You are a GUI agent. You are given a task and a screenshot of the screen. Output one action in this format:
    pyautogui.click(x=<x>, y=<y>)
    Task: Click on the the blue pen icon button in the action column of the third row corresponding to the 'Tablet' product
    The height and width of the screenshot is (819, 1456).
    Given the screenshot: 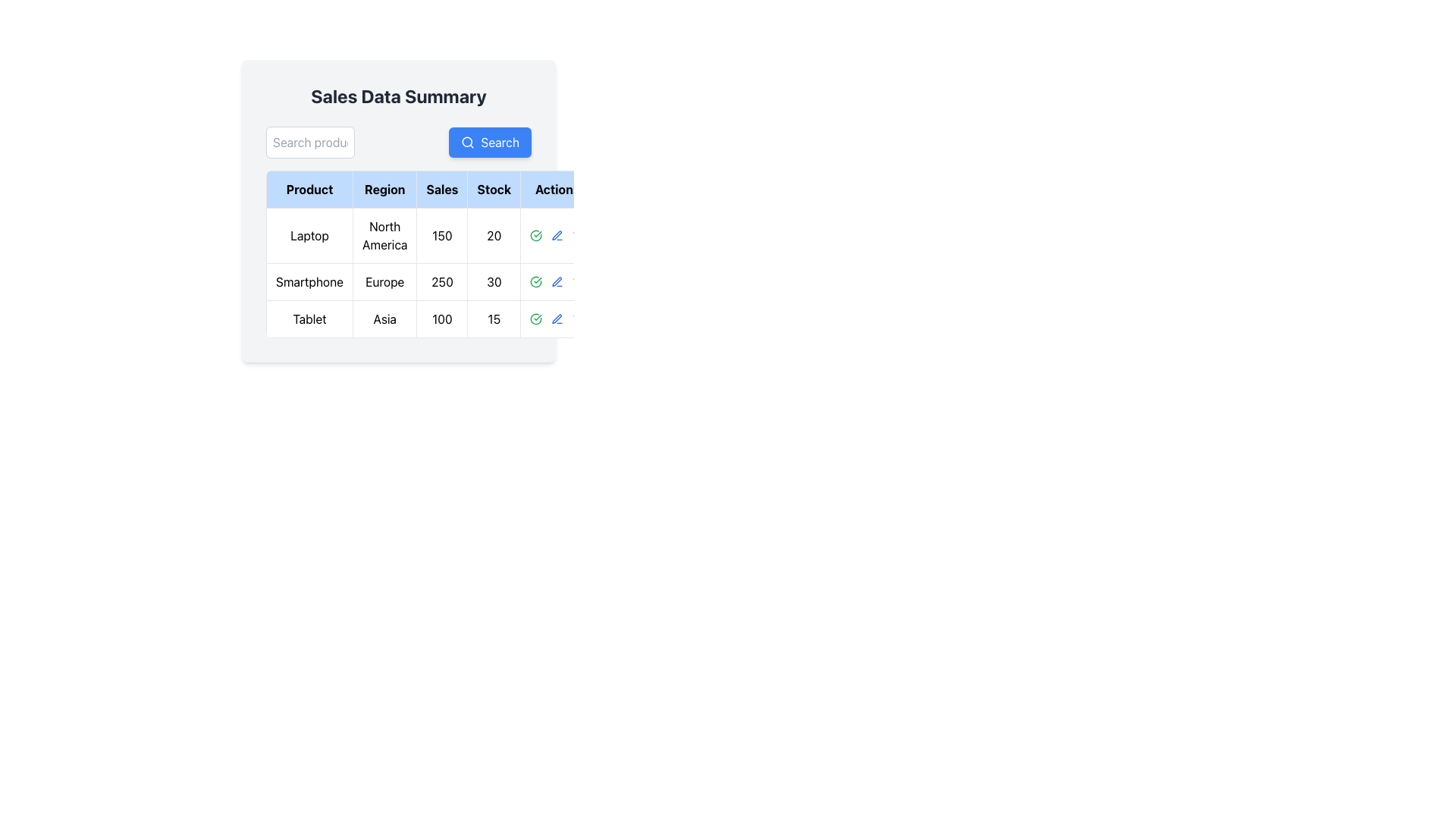 What is the action you would take?
    pyautogui.click(x=557, y=236)
    